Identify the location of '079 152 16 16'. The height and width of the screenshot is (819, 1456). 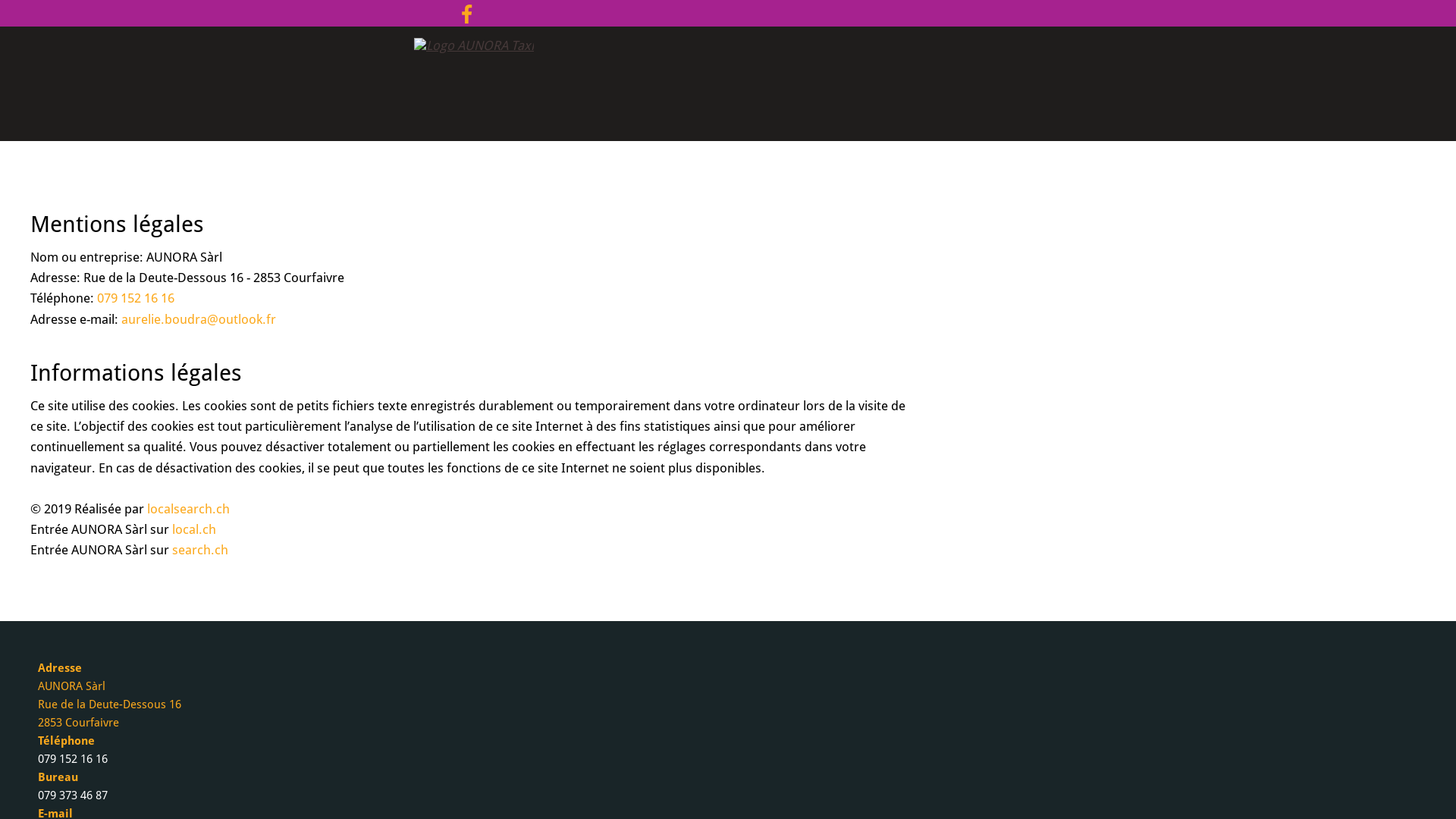
(135, 298).